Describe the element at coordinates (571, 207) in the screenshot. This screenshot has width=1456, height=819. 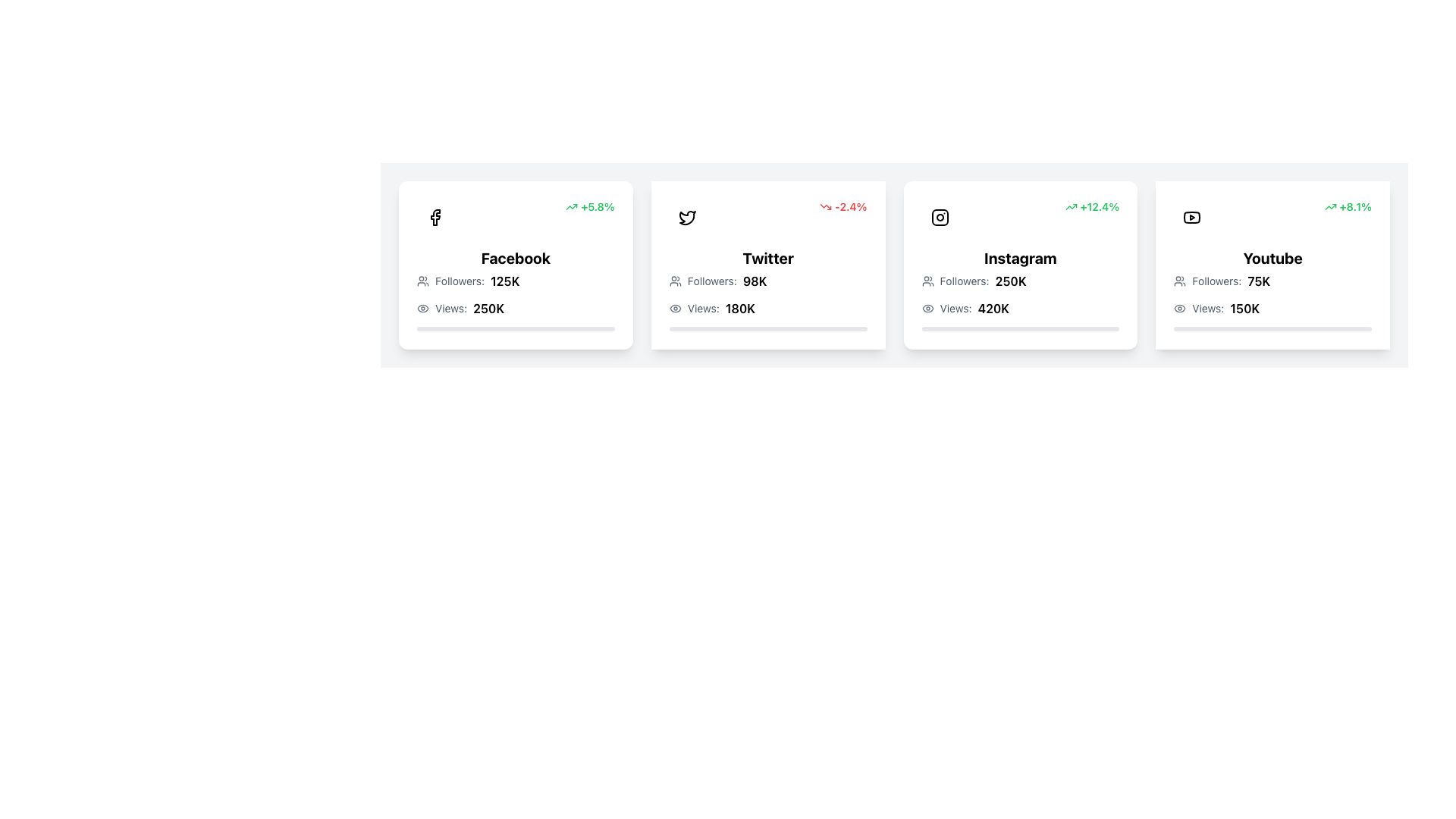
I see `the upwards-pointing green arrow icon indicating a positive trend, located at the top-right corner of the Facebook card, directly left of the text '+5.8%'` at that location.